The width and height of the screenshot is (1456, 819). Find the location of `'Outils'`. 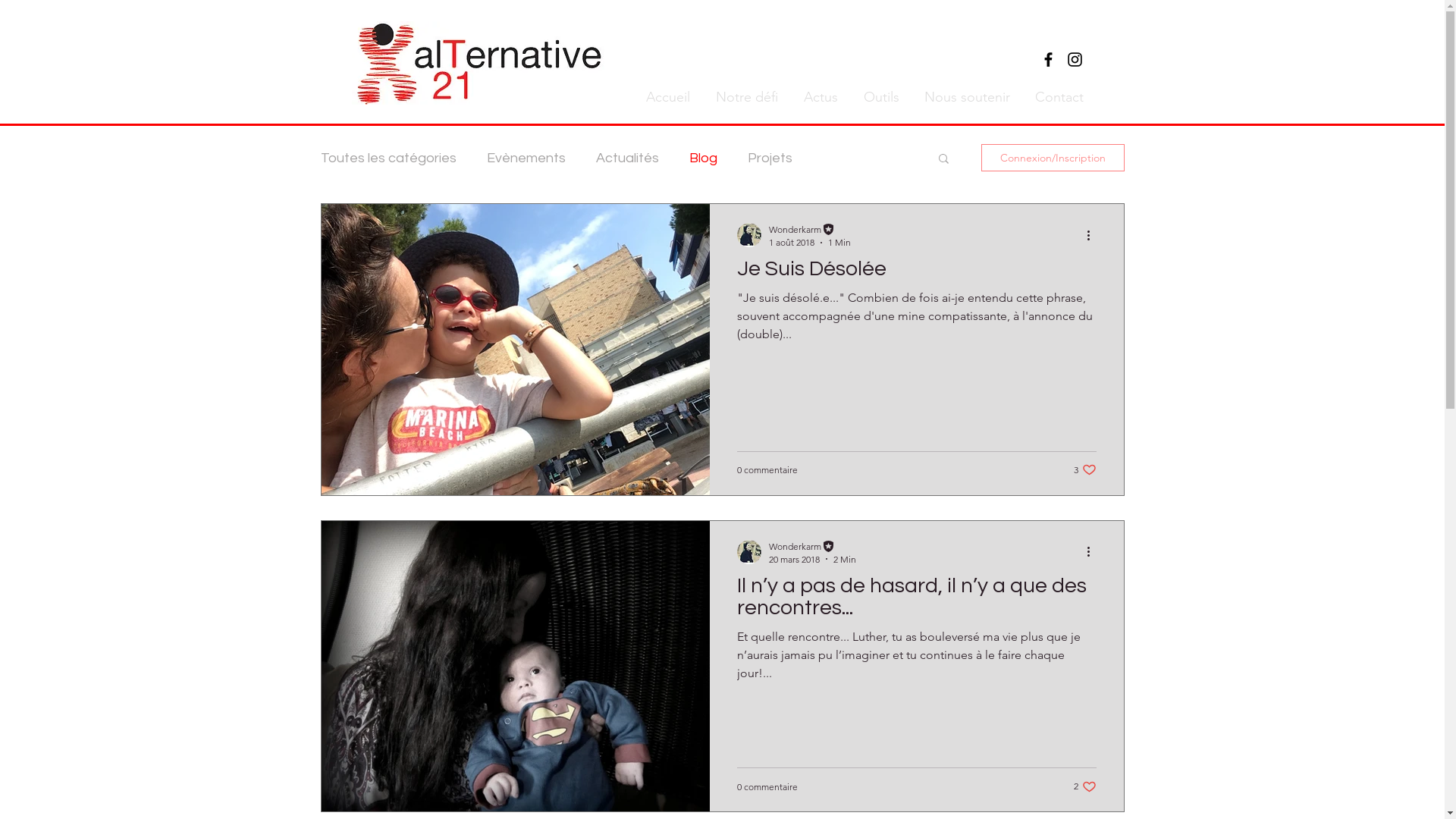

'Outils' is located at coordinates (880, 96).